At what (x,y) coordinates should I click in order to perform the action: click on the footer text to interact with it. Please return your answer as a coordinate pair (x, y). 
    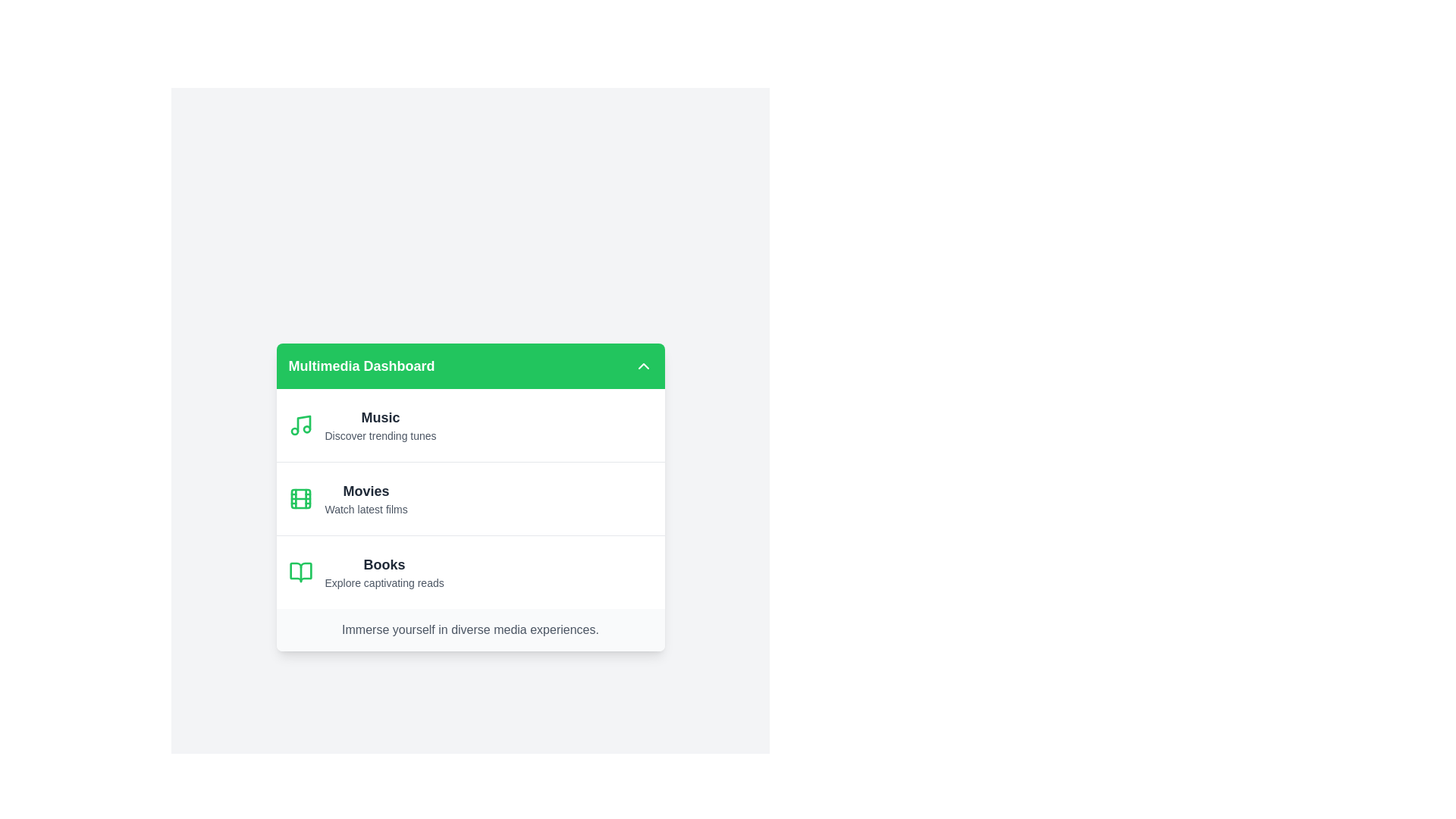
    Looking at the image, I should click on (469, 629).